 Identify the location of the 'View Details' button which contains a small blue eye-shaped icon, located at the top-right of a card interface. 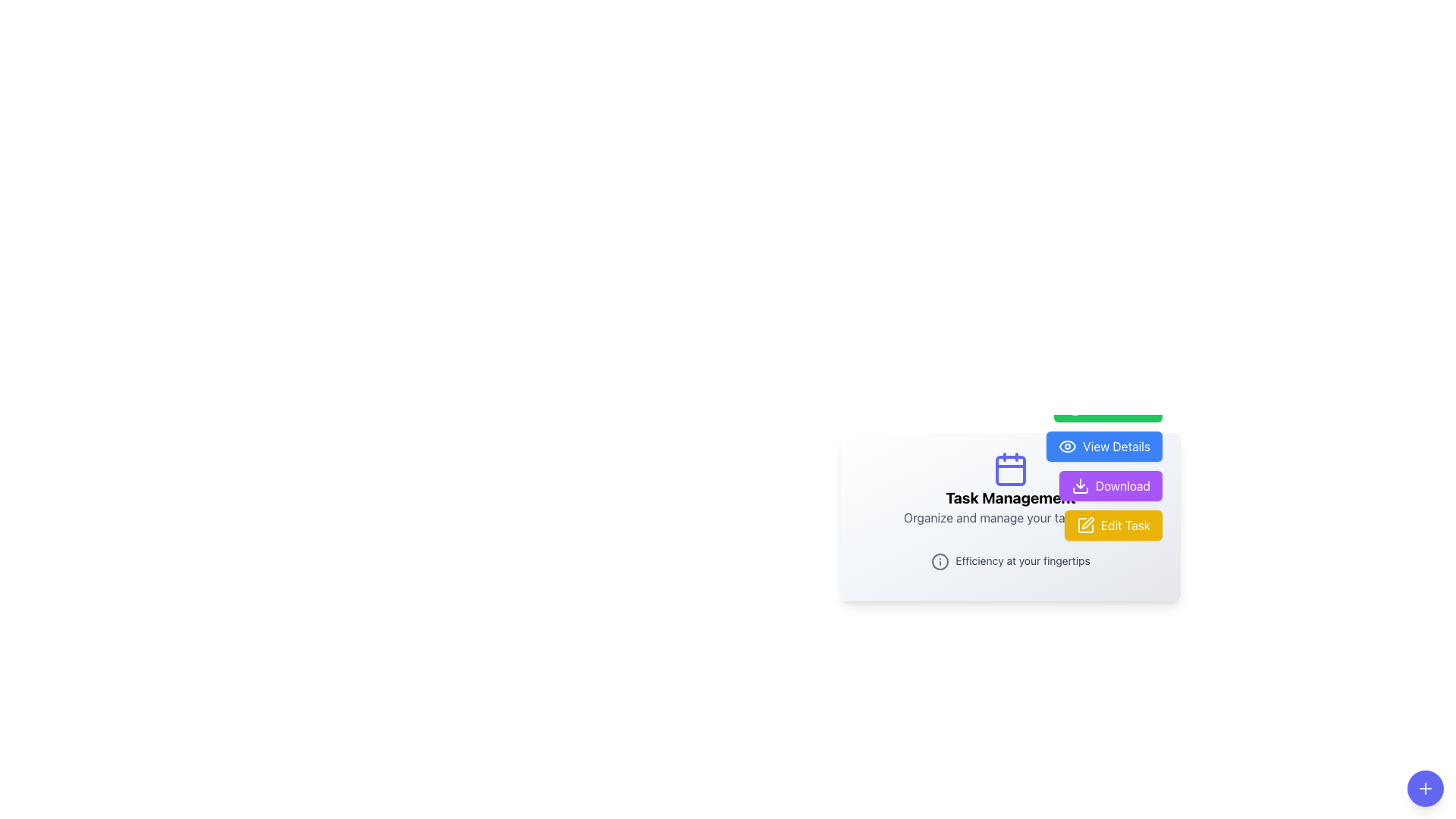
(1067, 445).